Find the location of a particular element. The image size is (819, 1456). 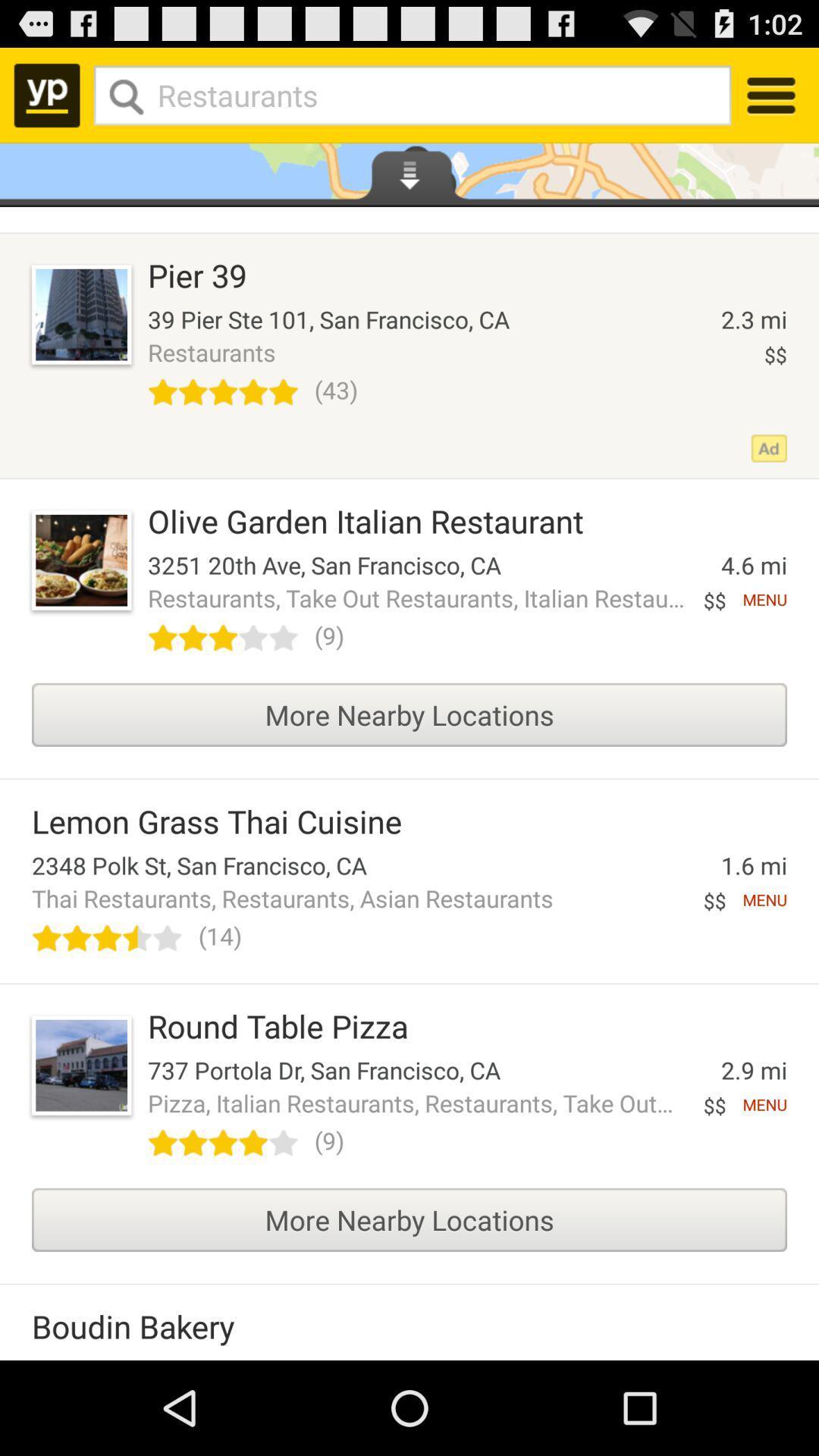

the menu icon is located at coordinates (775, 101).